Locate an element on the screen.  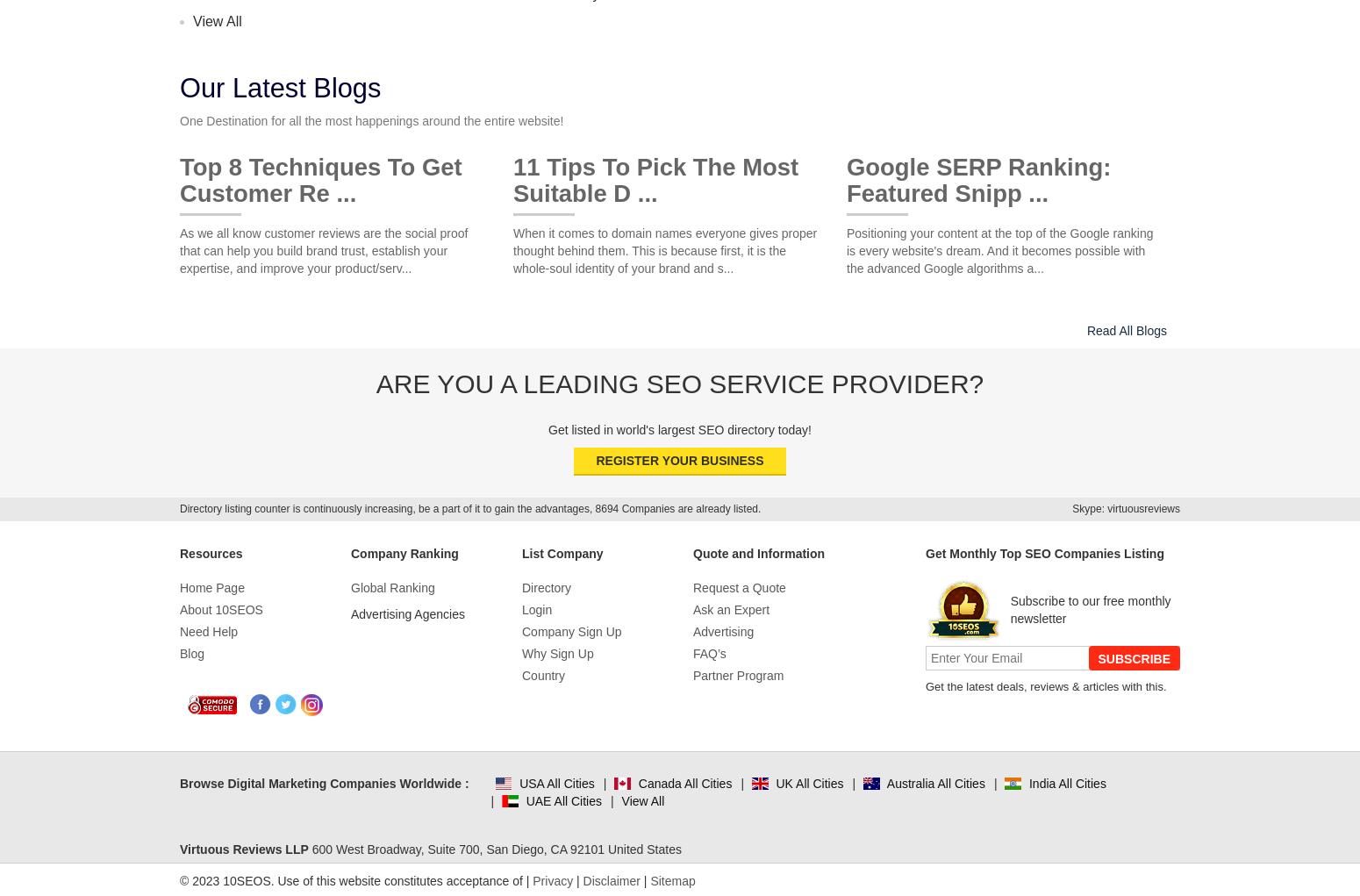
'One Destination for all the most happenings around the entire website!' is located at coordinates (179, 121).